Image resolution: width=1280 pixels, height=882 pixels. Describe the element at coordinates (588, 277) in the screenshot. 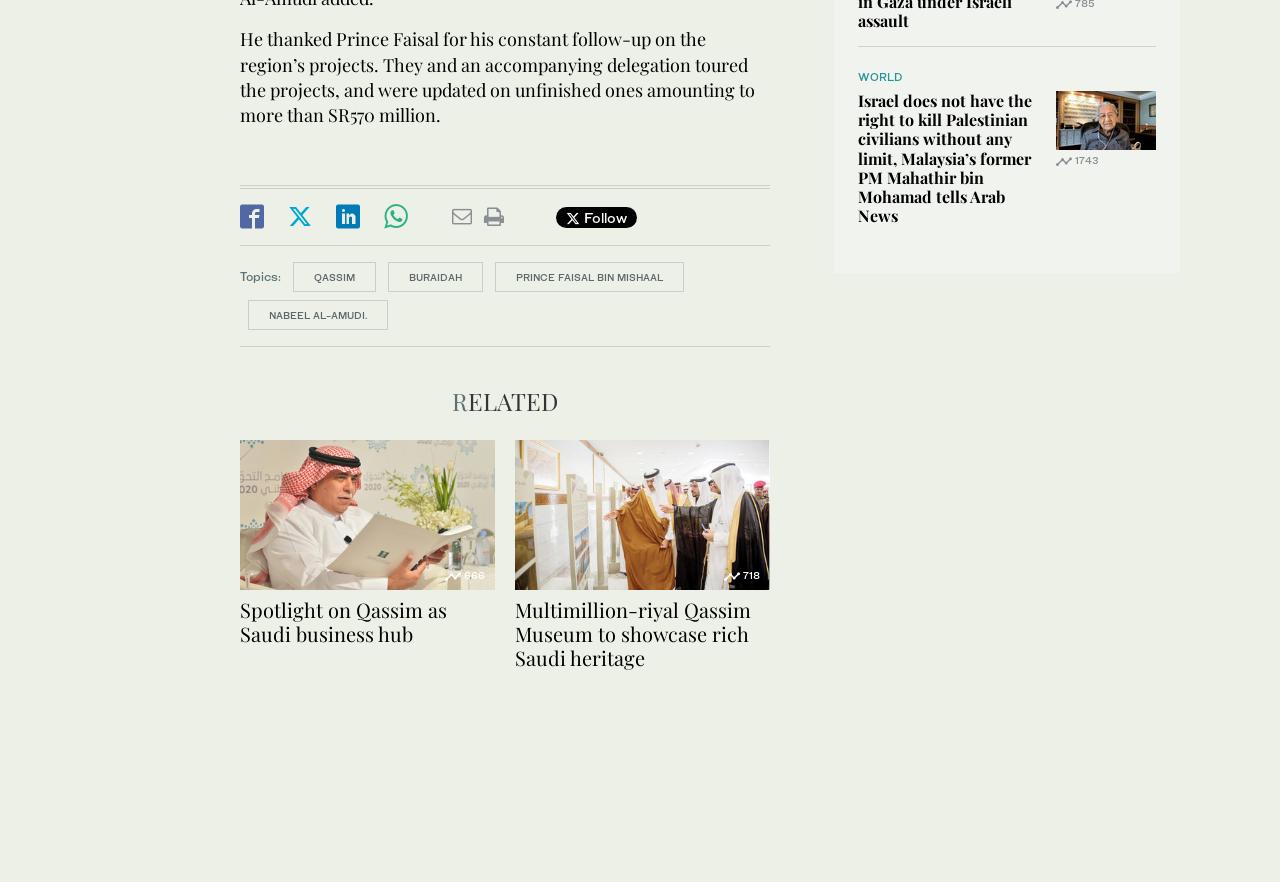

I see `'Prince Faisal bin Mishaal'` at that location.